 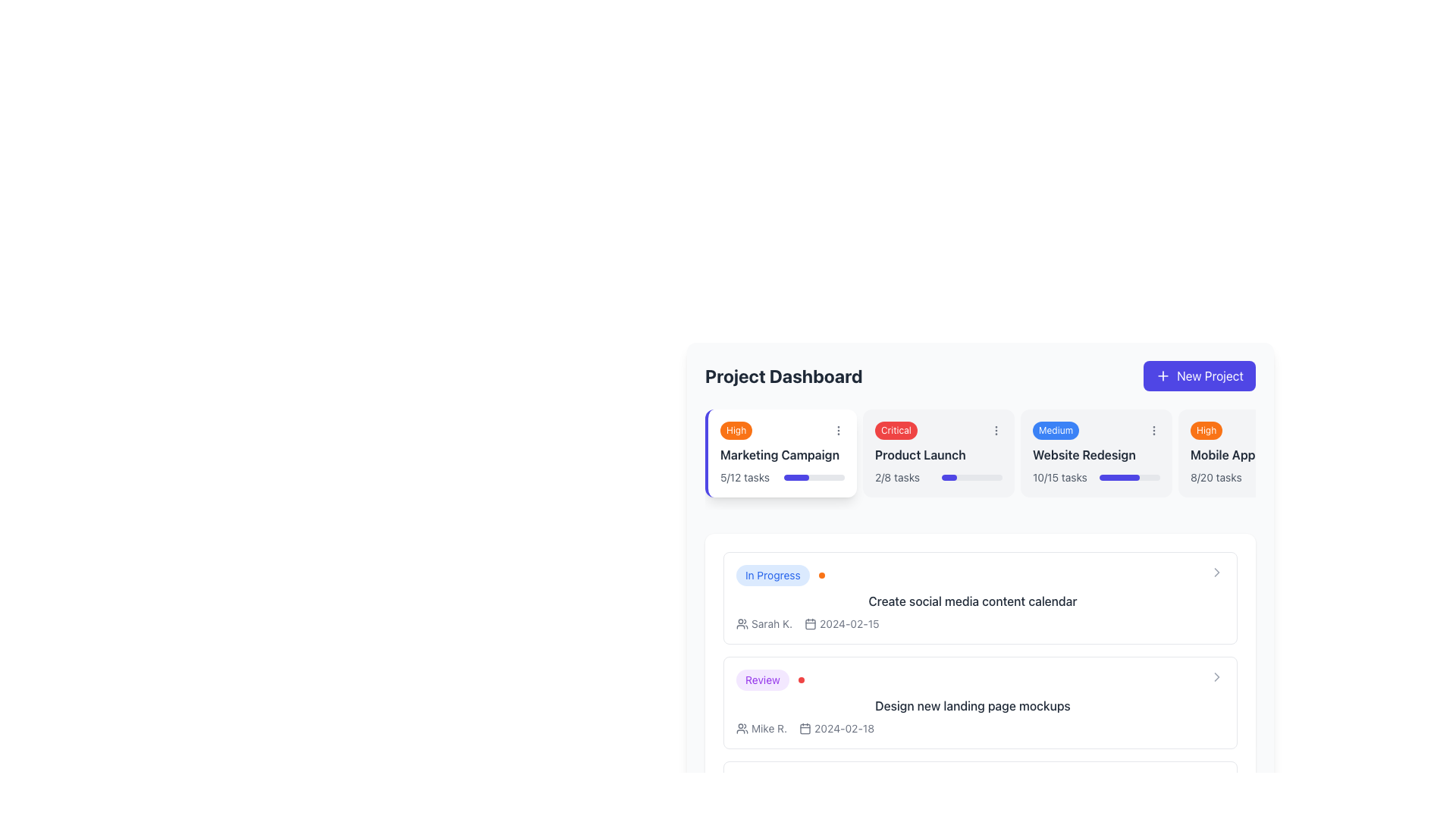 I want to click on the user information icon representing 'Mike R.' located in the lower section of the interface, next to the text 'Mike R.', so click(x=742, y=727).